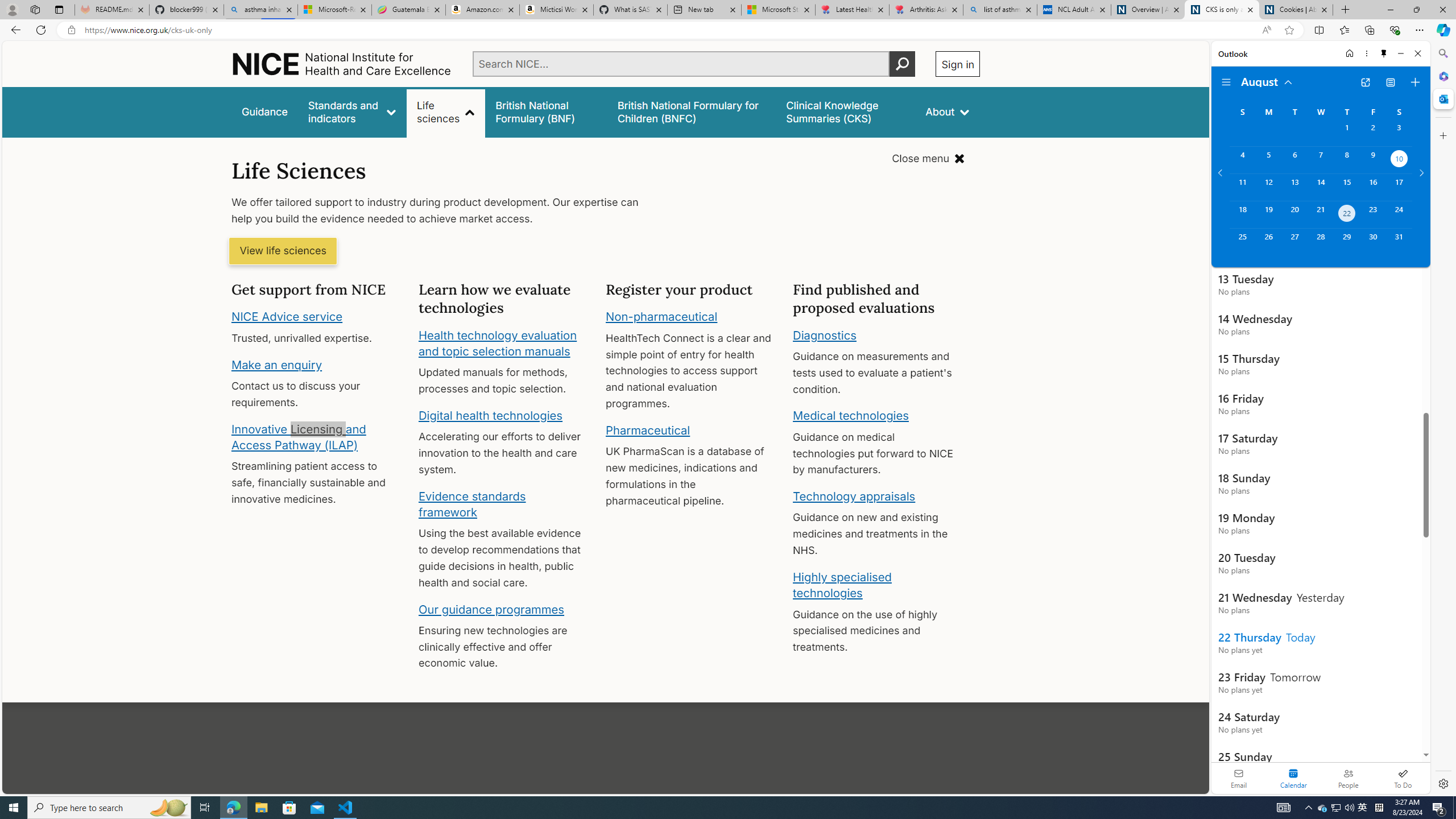 The width and height of the screenshot is (1456, 819). Describe the element at coordinates (1242, 187) in the screenshot. I see `'Sunday, August 11, 2024. '` at that location.